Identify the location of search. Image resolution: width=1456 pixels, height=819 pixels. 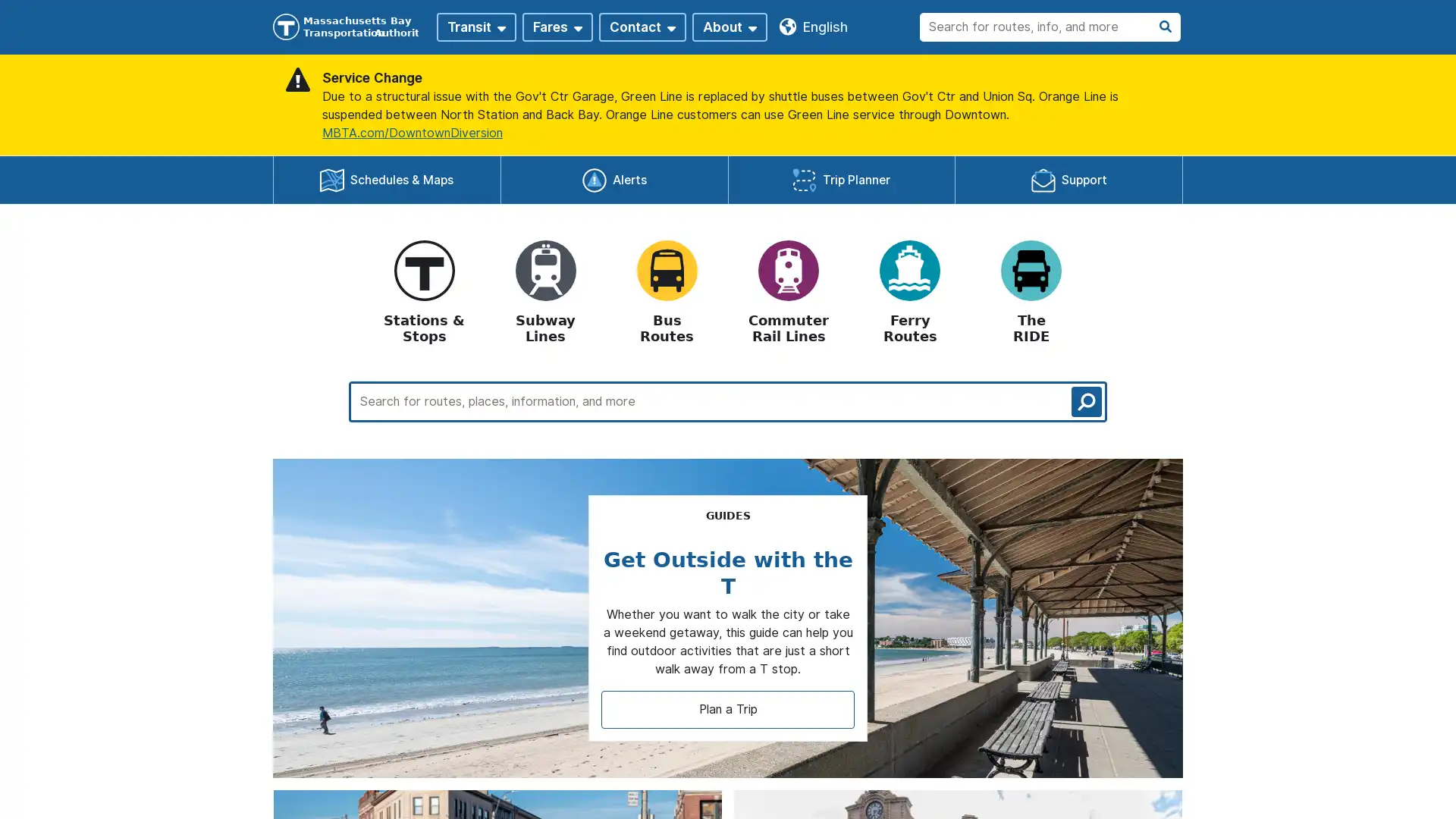
(1086, 400).